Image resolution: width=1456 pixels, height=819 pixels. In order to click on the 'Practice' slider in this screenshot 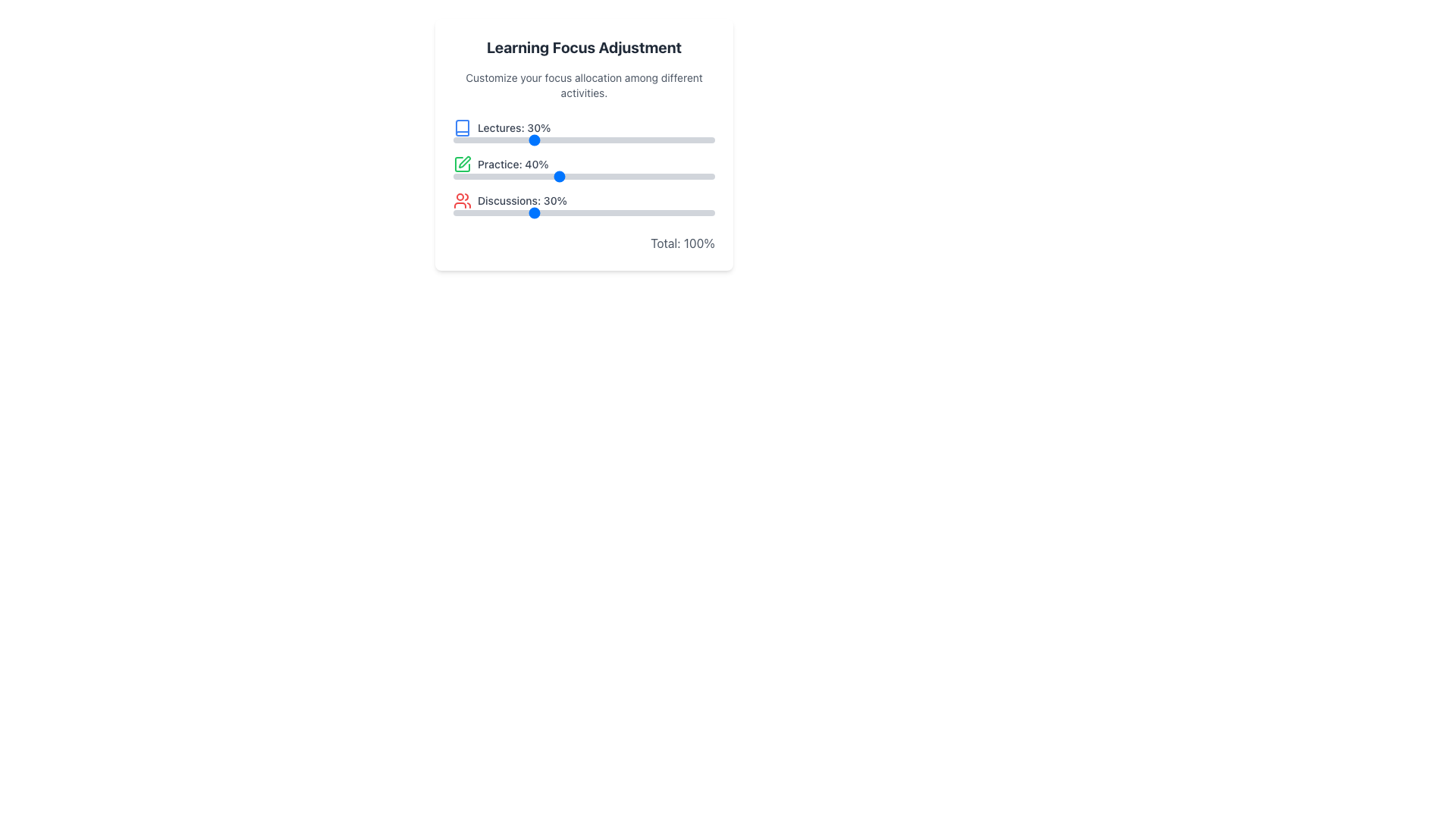, I will do `click(578, 175)`.